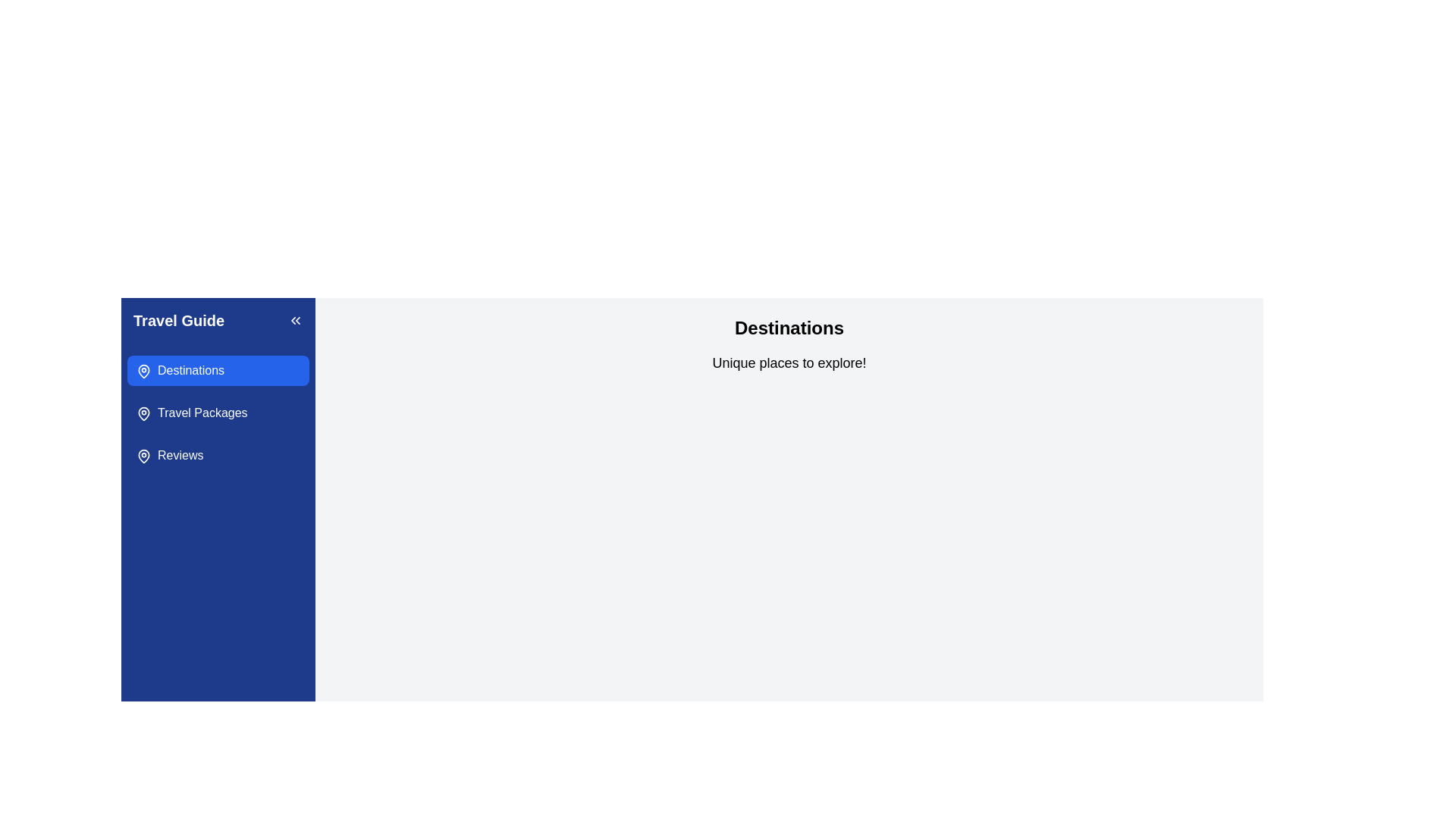  I want to click on the navigation link in the left sidebar that redirects to travel package options, located below 'Destinations' and above 'Reviews', so click(202, 413).